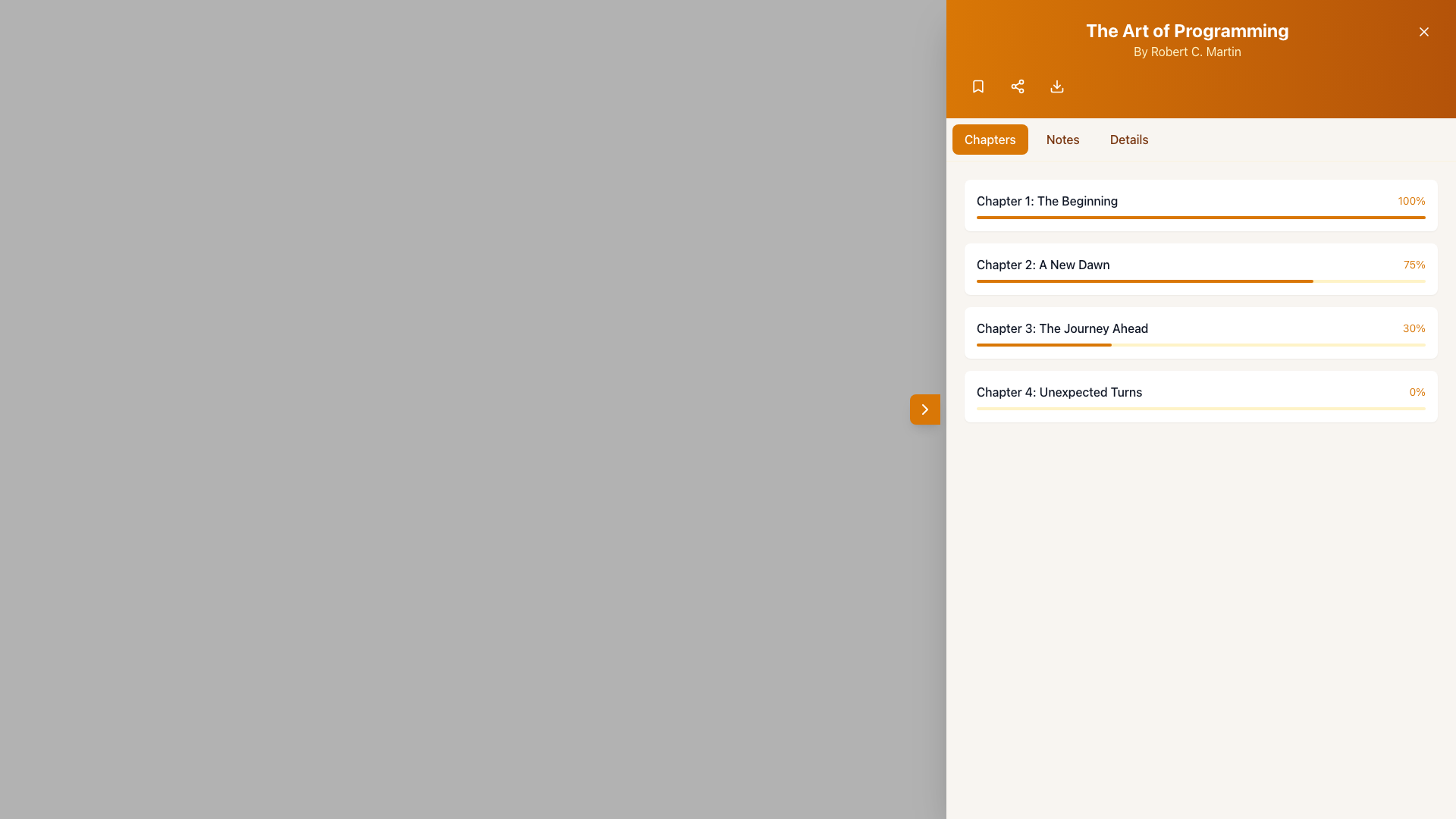  What do you see at coordinates (1043, 345) in the screenshot?
I see `the progress level of the progress bar indicator for 'Chapter 3: The Journey Ahead', which visually indicates the completion percentage of the chapter's progress` at bounding box center [1043, 345].